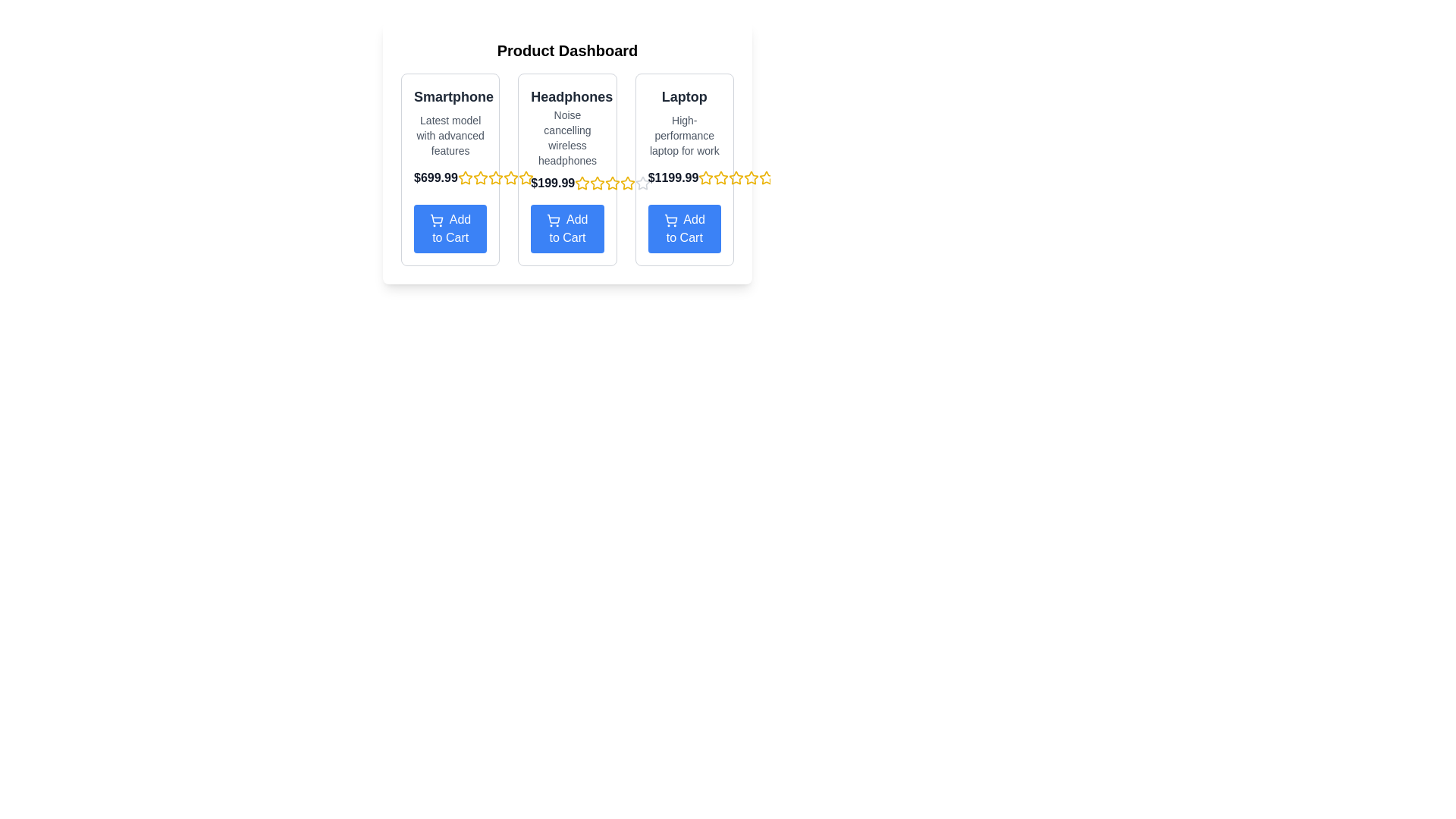 The width and height of the screenshot is (1456, 819). I want to click on the text 'Laptop' which is styled in bold, dark gray color on a white background, located at the top of the rightmost product card titled 'High-performance laptop for work', so click(683, 96).